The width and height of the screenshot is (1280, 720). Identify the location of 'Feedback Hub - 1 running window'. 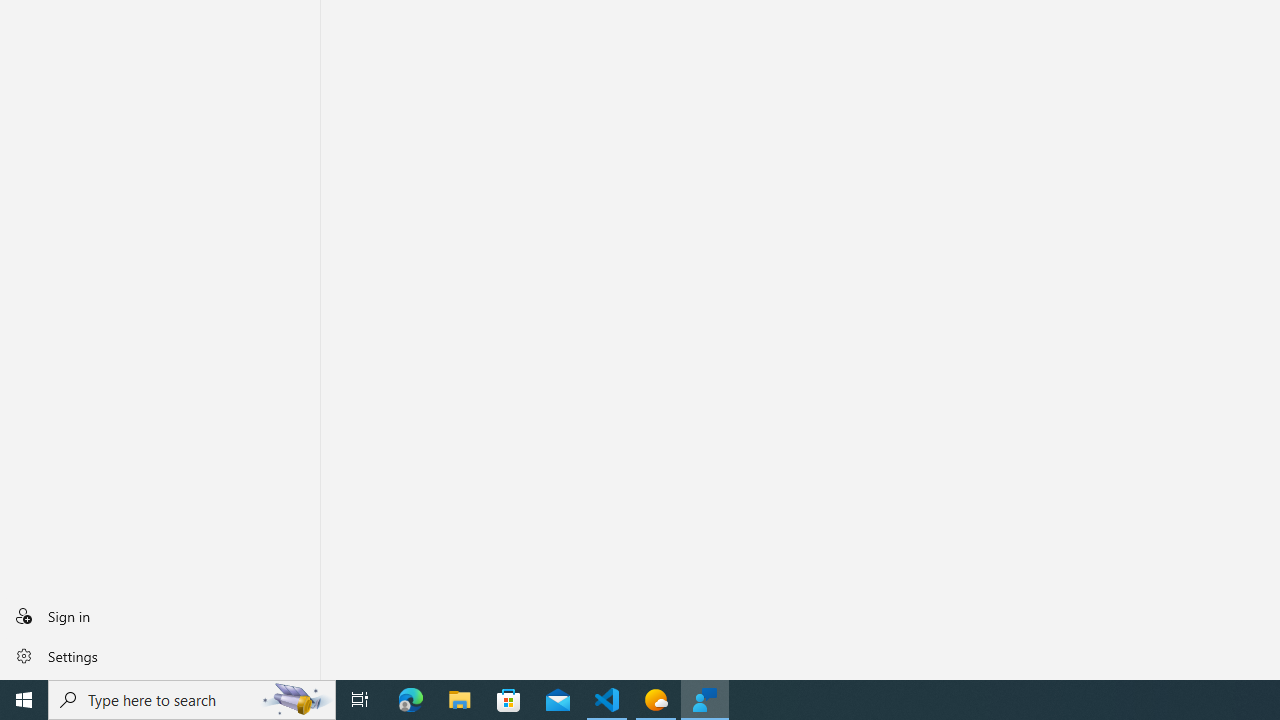
(705, 698).